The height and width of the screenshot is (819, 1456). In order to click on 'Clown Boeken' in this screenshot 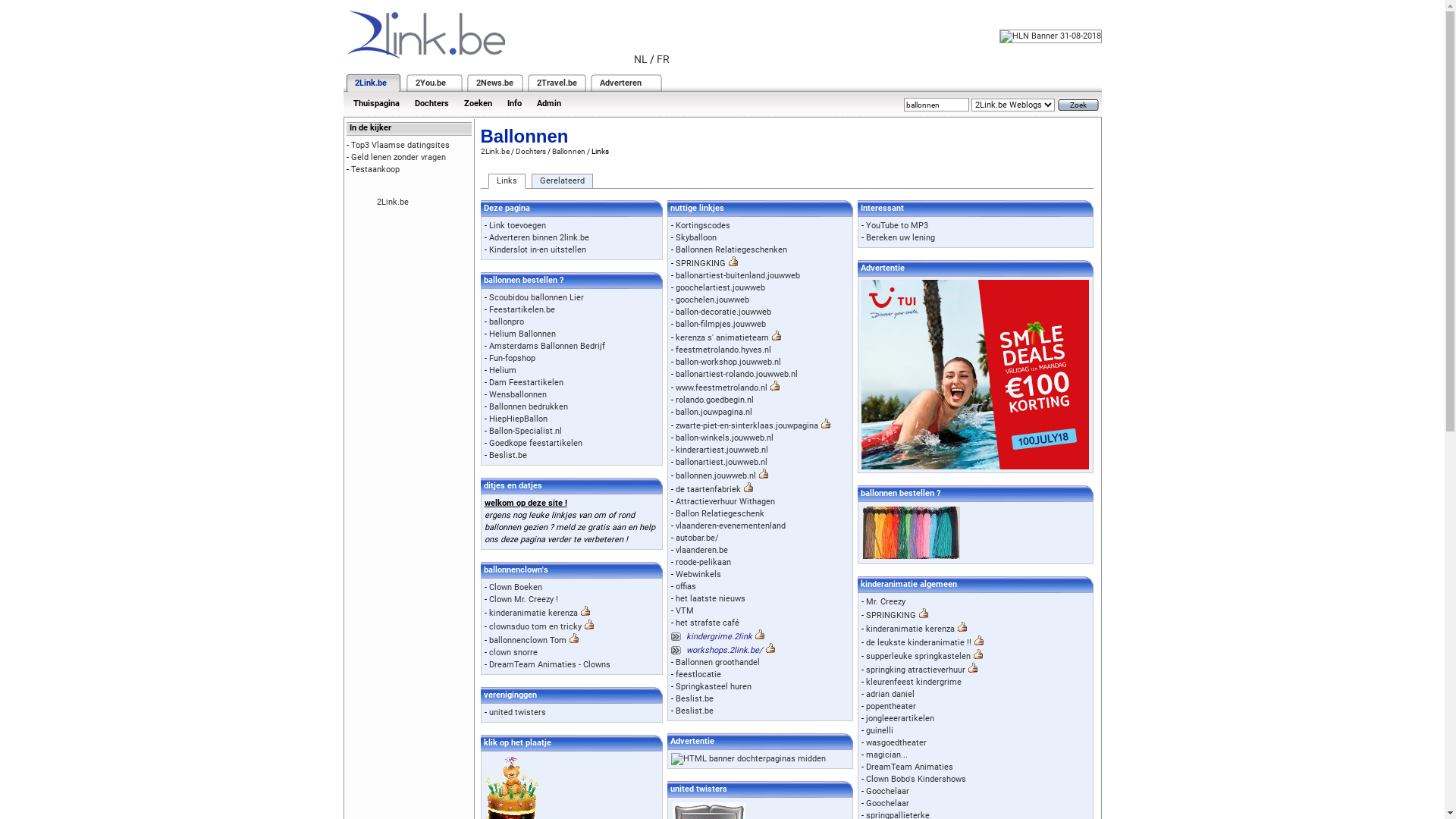, I will do `click(514, 586)`.